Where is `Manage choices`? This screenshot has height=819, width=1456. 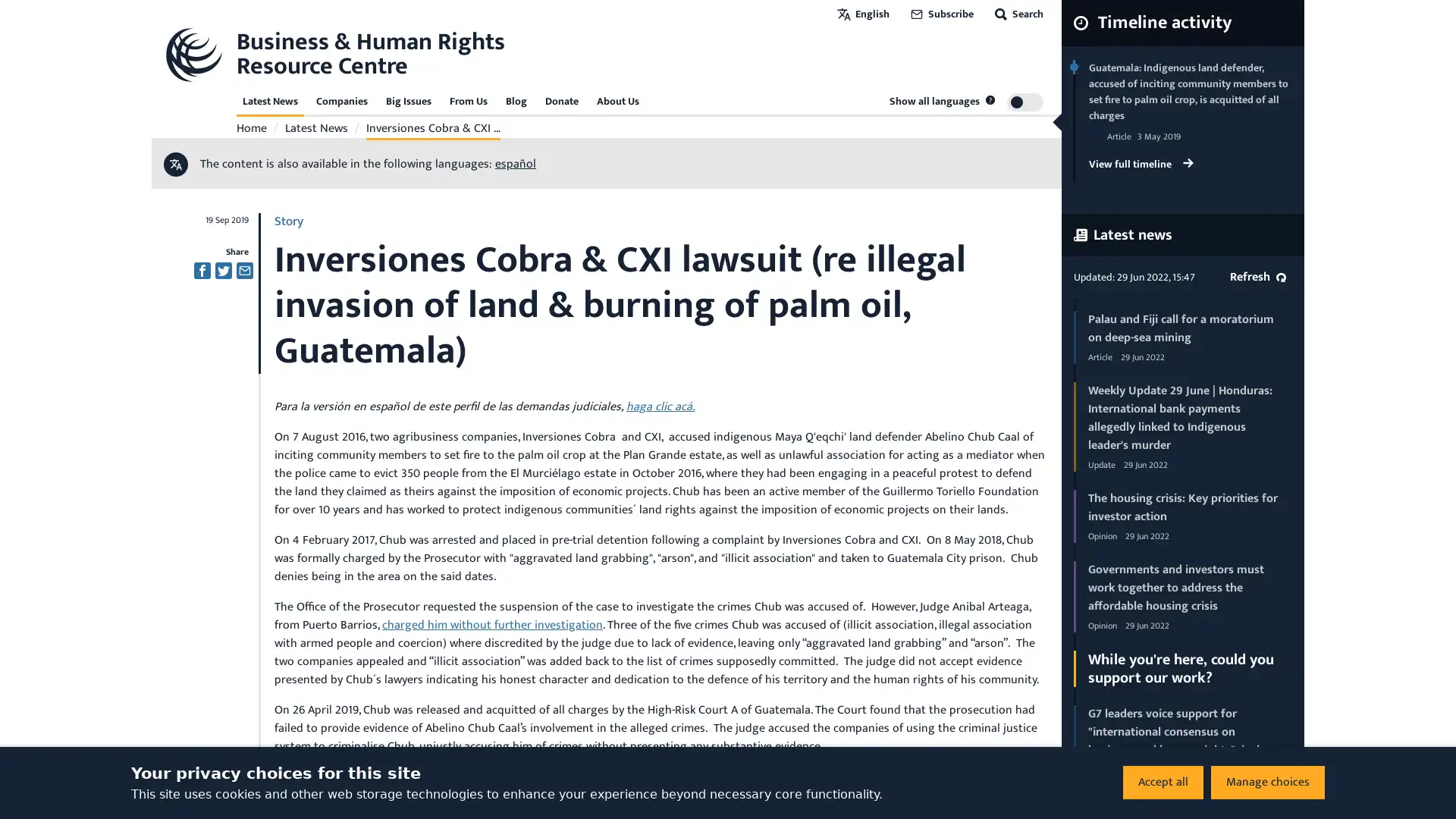
Manage choices is located at coordinates (1266, 783).